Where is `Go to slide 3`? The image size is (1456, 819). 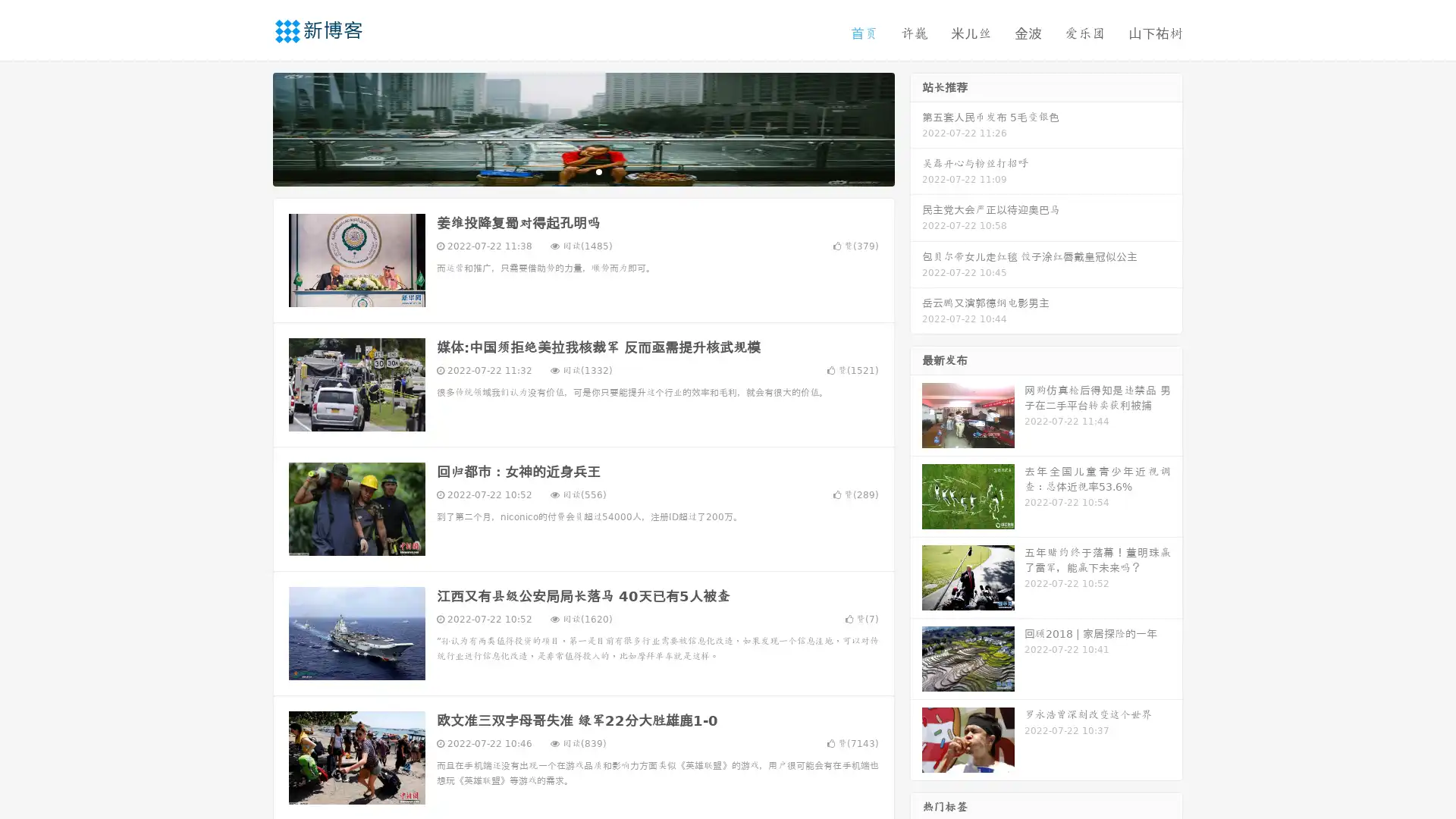
Go to slide 3 is located at coordinates (598, 171).